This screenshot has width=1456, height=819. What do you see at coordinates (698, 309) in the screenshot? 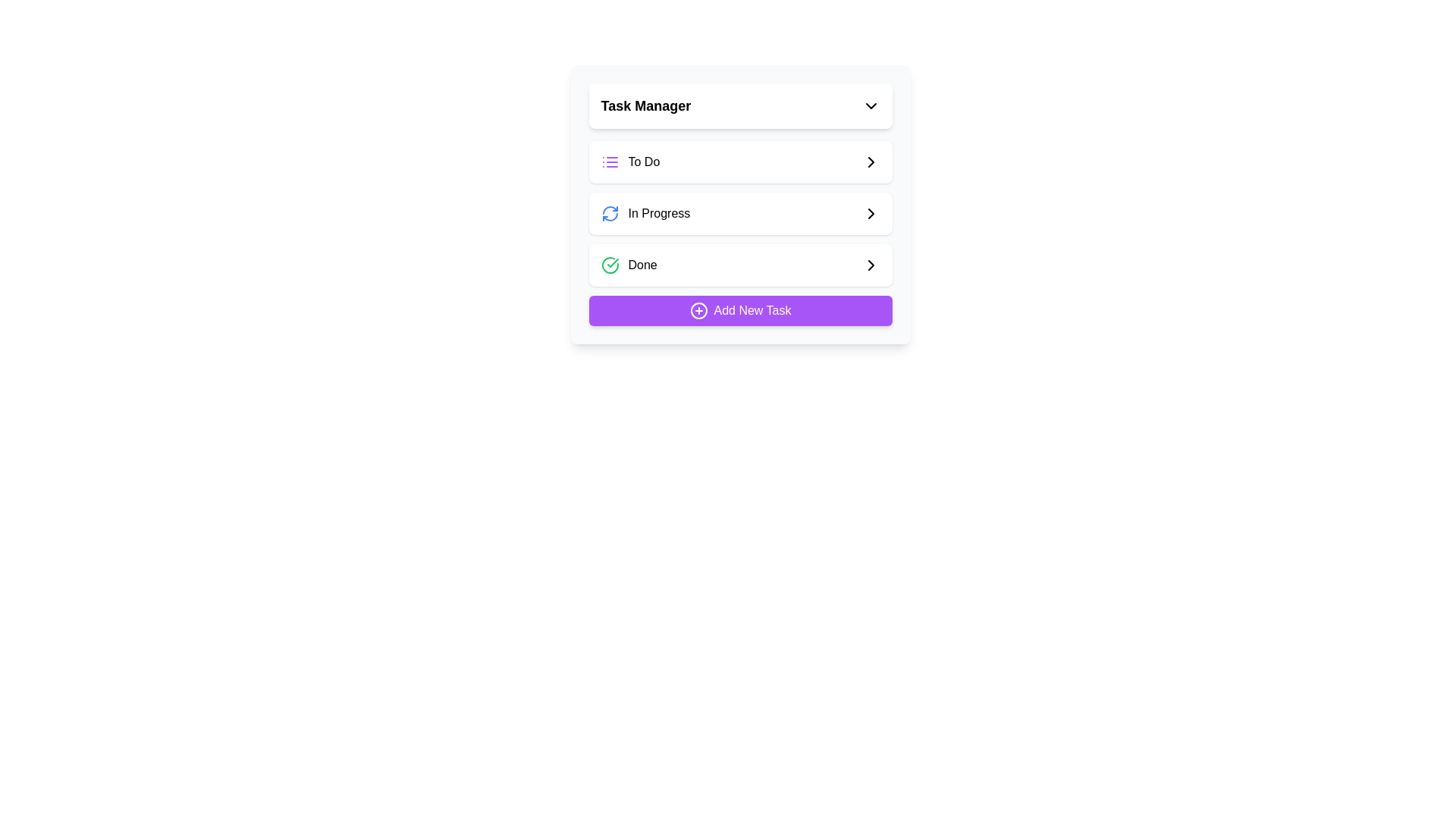
I see `the SVG circle element that indicates the 'Add New Task' action, located on the right side of the button` at bounding box center [698, 309].